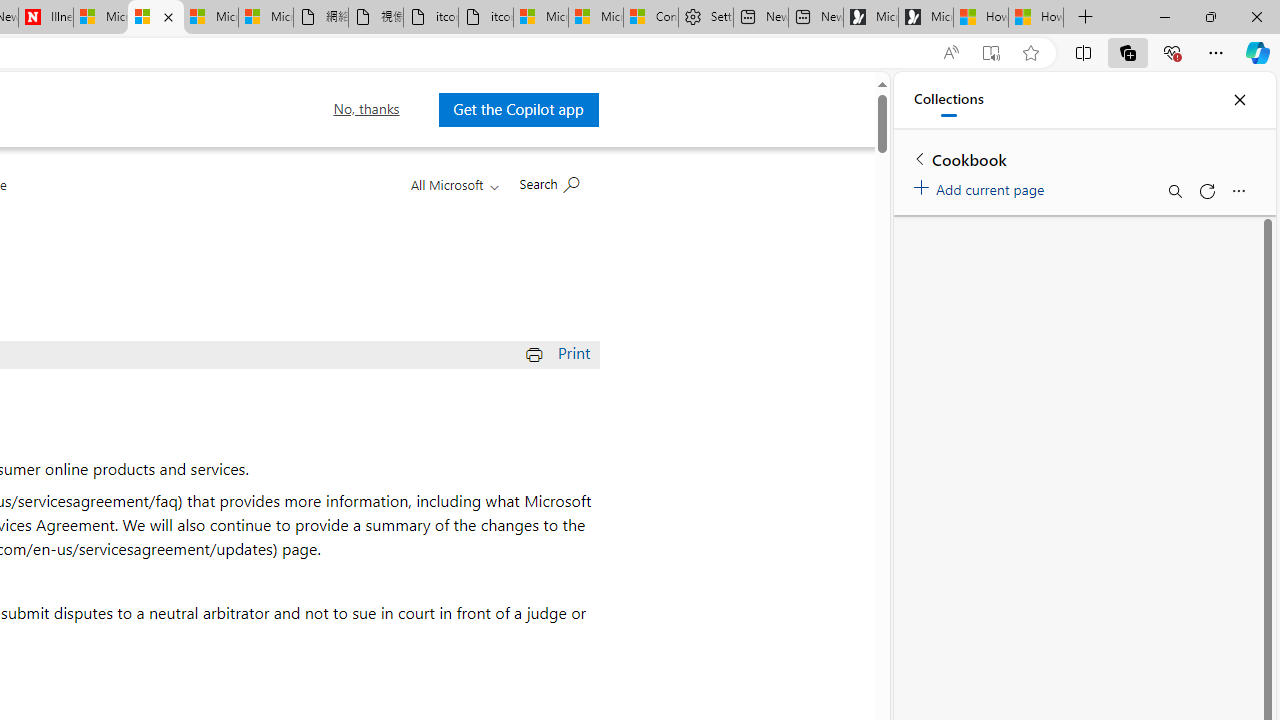 This screenshot has width=1280, height=720. What do you see at coordinates (518, 109) in the screenshot?
I see `'Get the Copilot app '` at bounding box center [518, 109].